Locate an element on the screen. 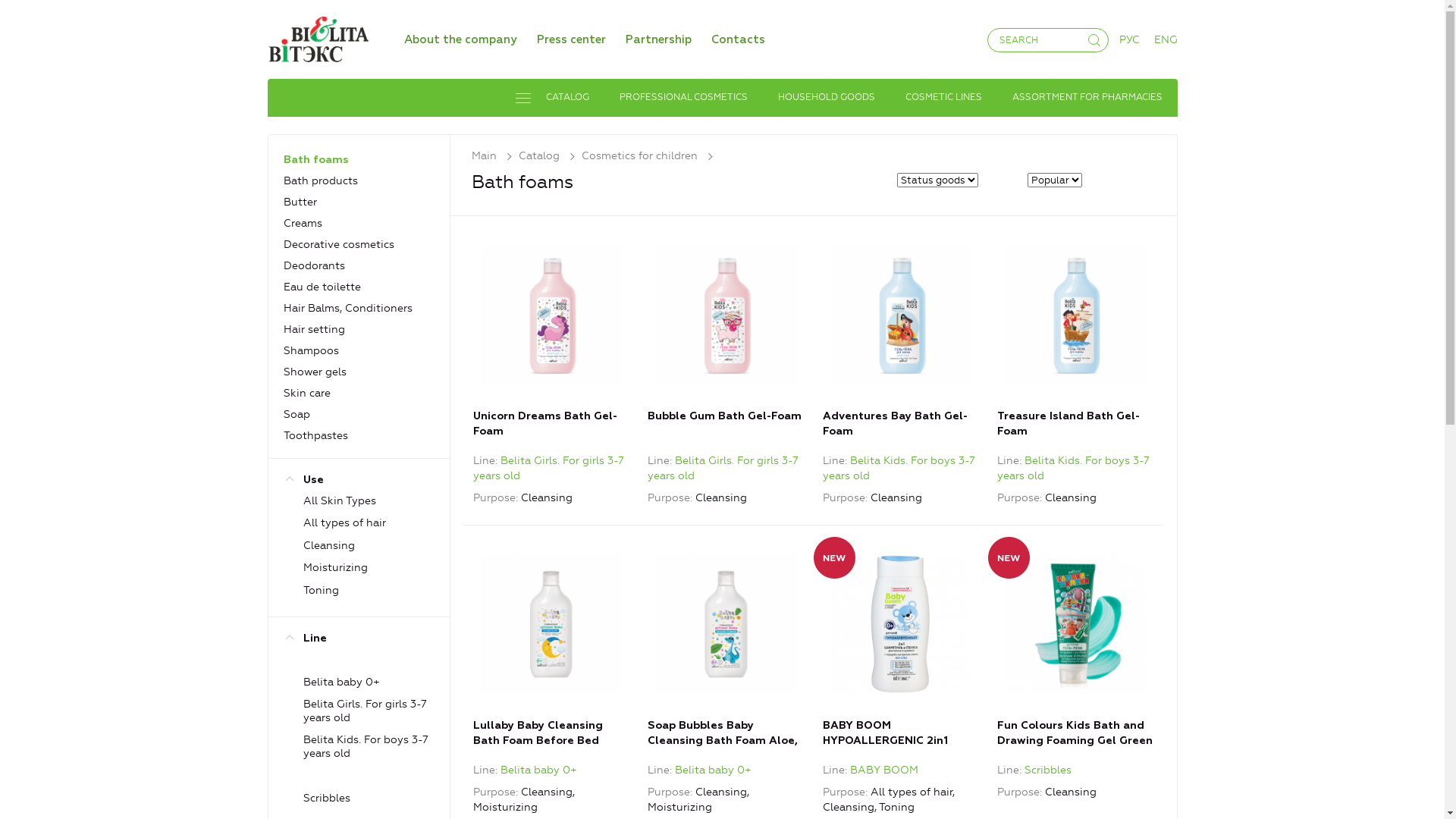 The image size is (1456, 819). 'Bath products' is located at coordinates (319, 180).